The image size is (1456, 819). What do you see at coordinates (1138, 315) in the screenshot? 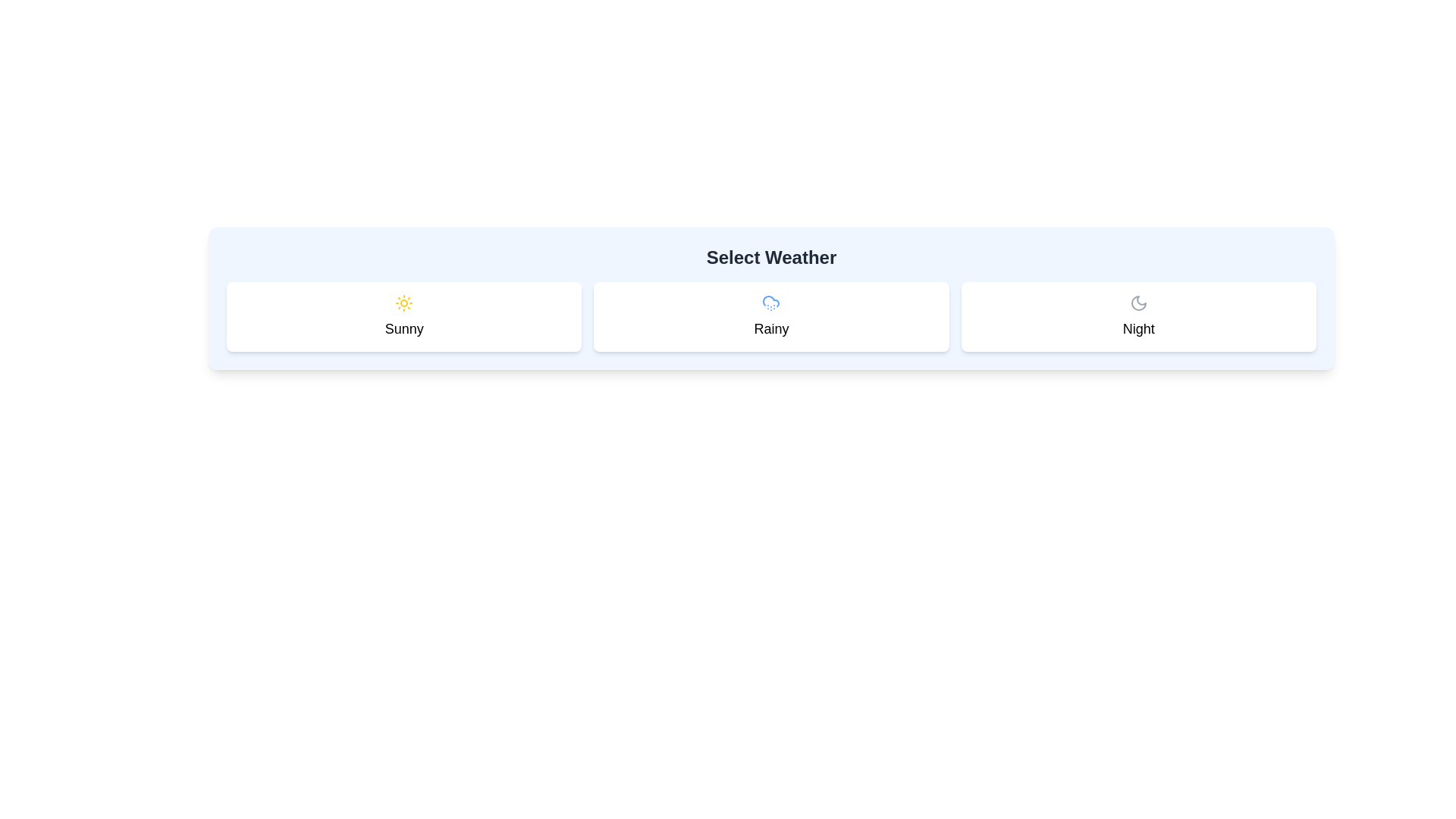
I see `the 'Night' weather option card` at bounding box center [1138, 315].